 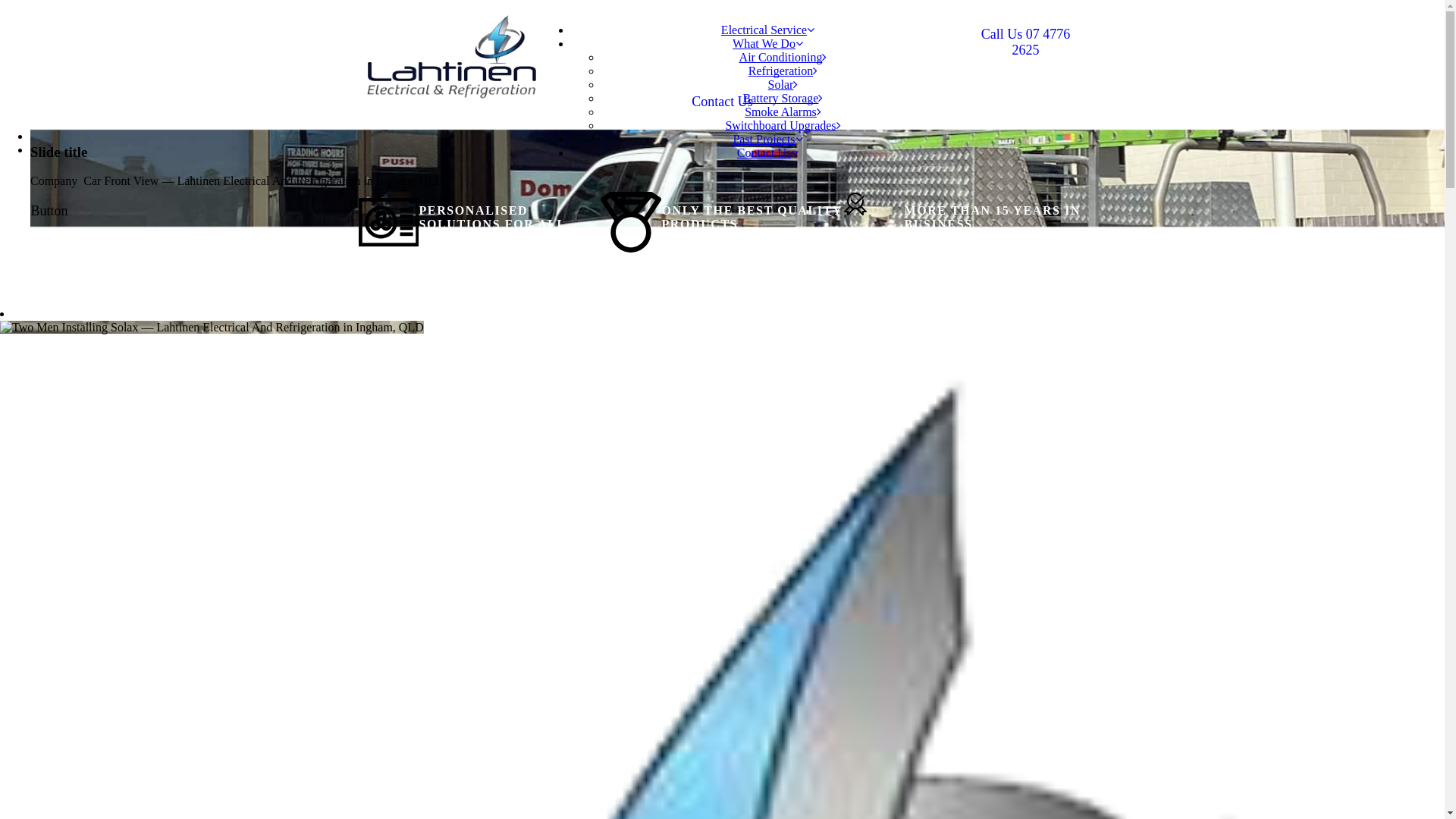 What do you see at coordinates (783, 111) in the screenshot?
I see `'Smoke Alarms'` at bounding box center [783, 111].